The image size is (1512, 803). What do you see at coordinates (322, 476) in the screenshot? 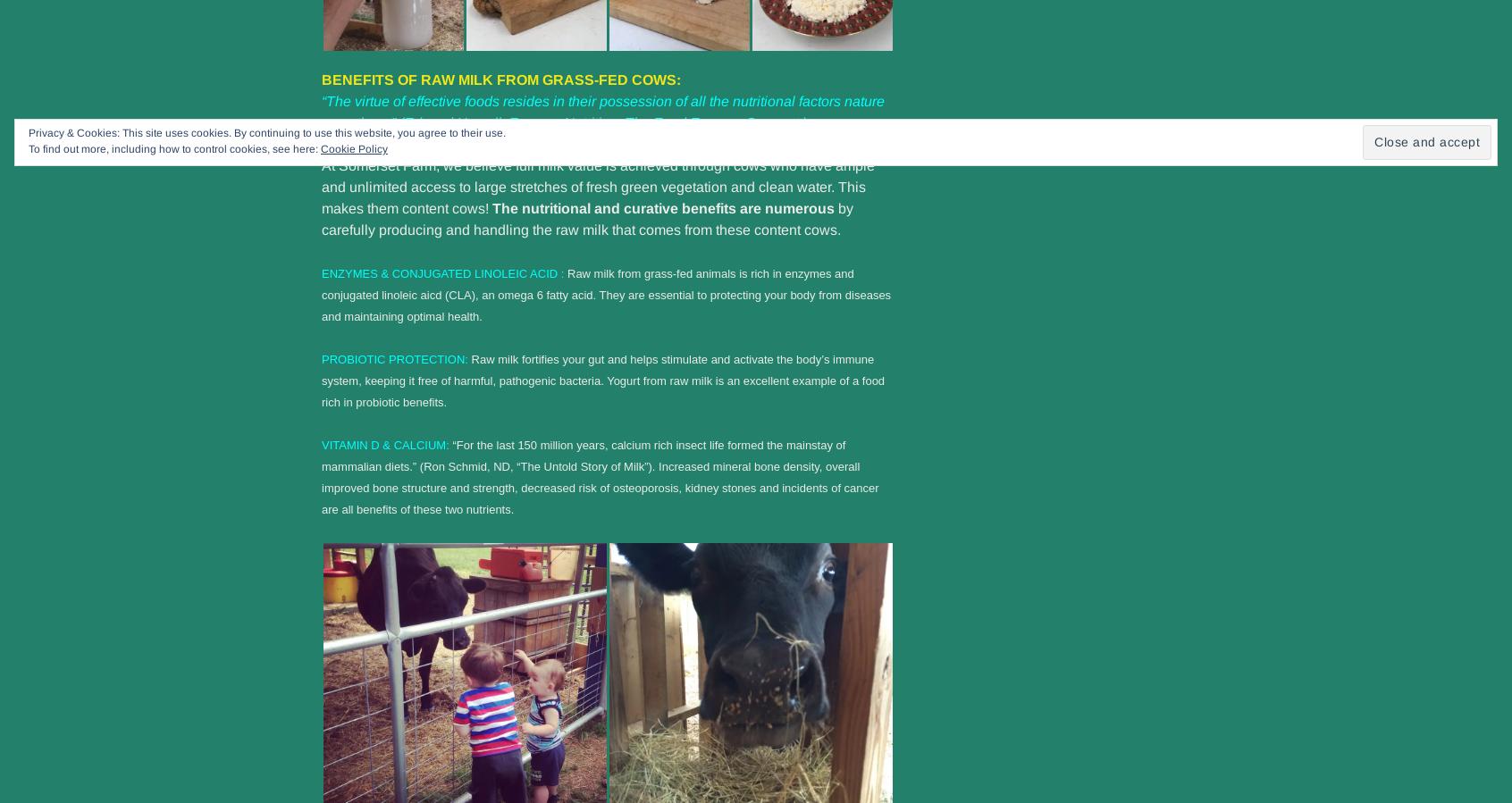
I see `'“For the last 150 million years, calcium rich insect life formed the mainstay of mammalian diets.” (Ron Schmid, ND, “The Untold Story of Milk”). Increased mineral bone density, overall improved bone structure and strength, decreased risk of osteoporosis, kidney stones and incidents of cancer are all benefits of these two nutrients.'` at bounding box center [322, 476].